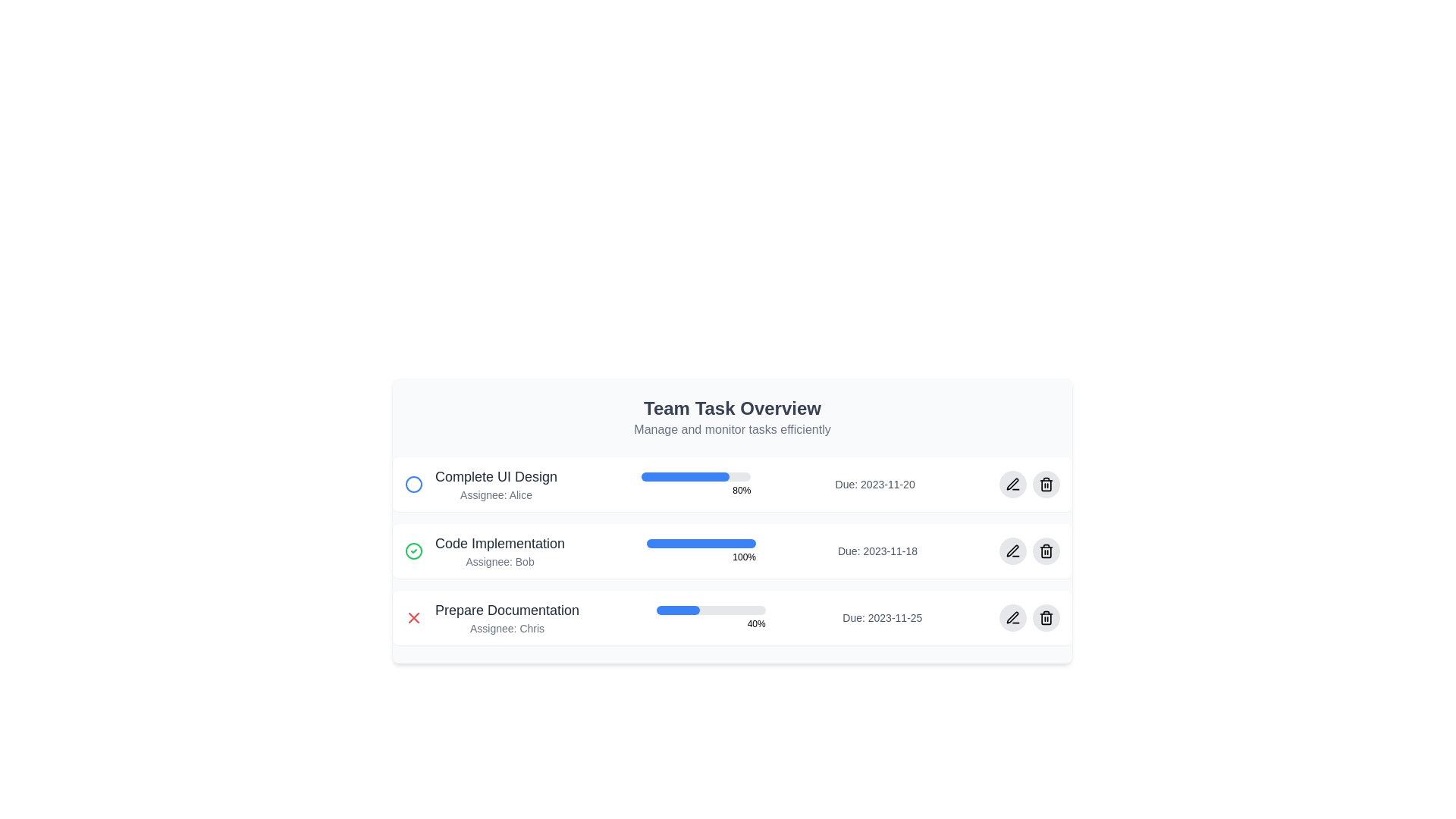 This screenshot has height=819, width=1456. I want to click on the circular graphic icon with a blue border located to the left of the first task entry titled 'Complete UI Design', so click(414, 485).